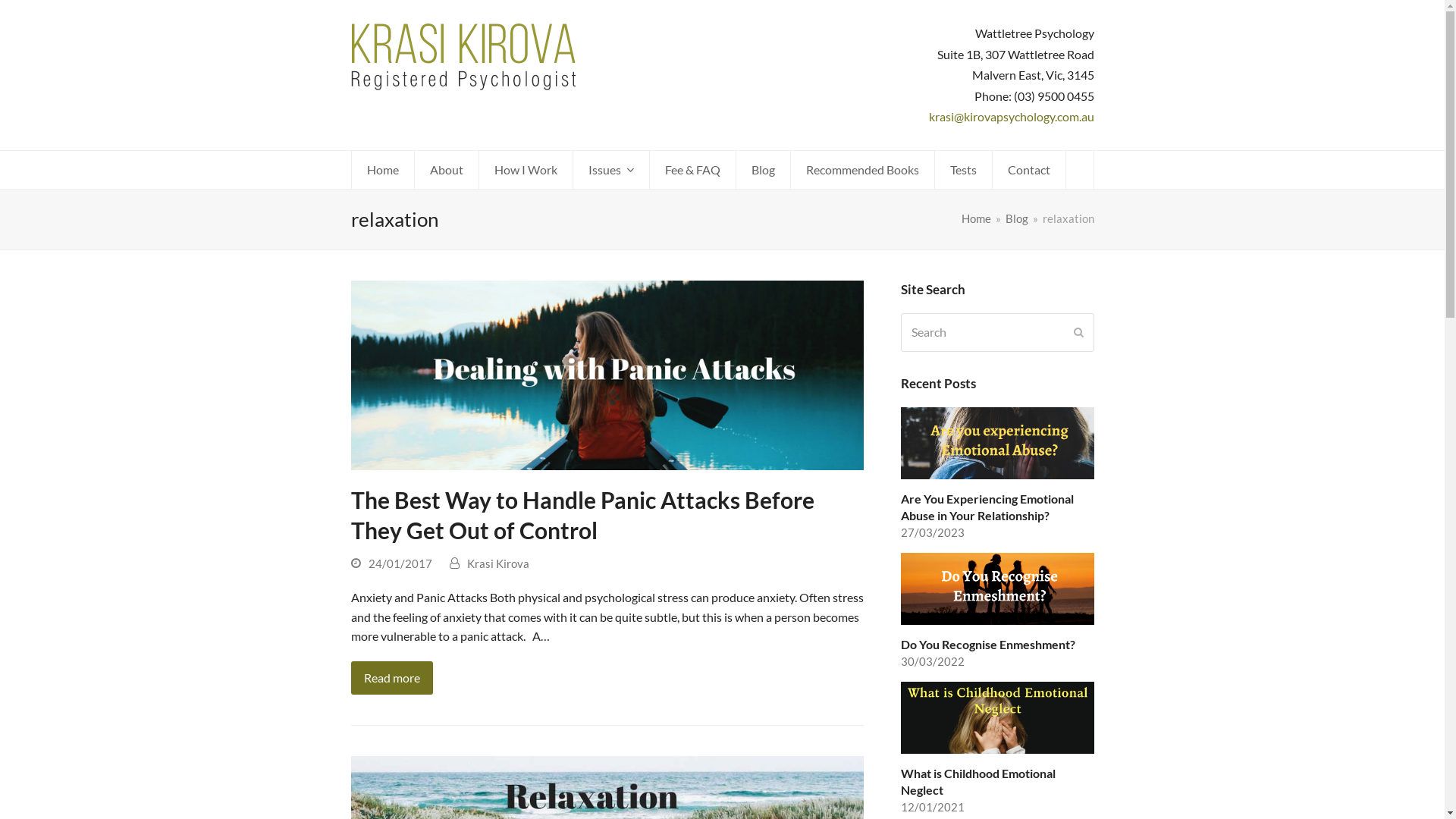 Image resolution: width=1456 pixels, height=819 pixels. I want to click on 'Fee & FAQ', so click(691, 169).